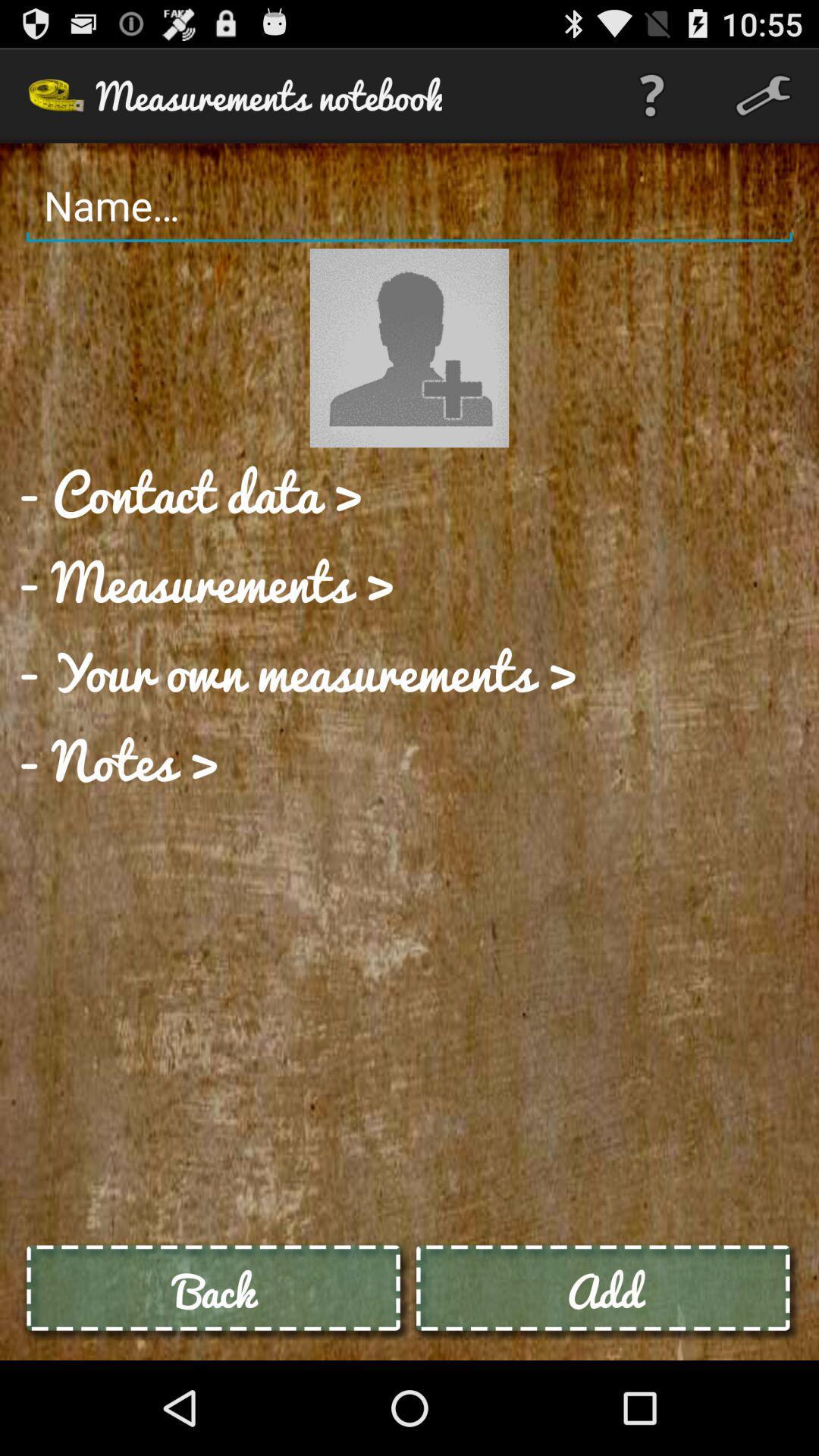 This screenshot has width=819, height=1456. Describe the element at coordinates (603, 1290) in the screenshot. I see `the add item` at that location.